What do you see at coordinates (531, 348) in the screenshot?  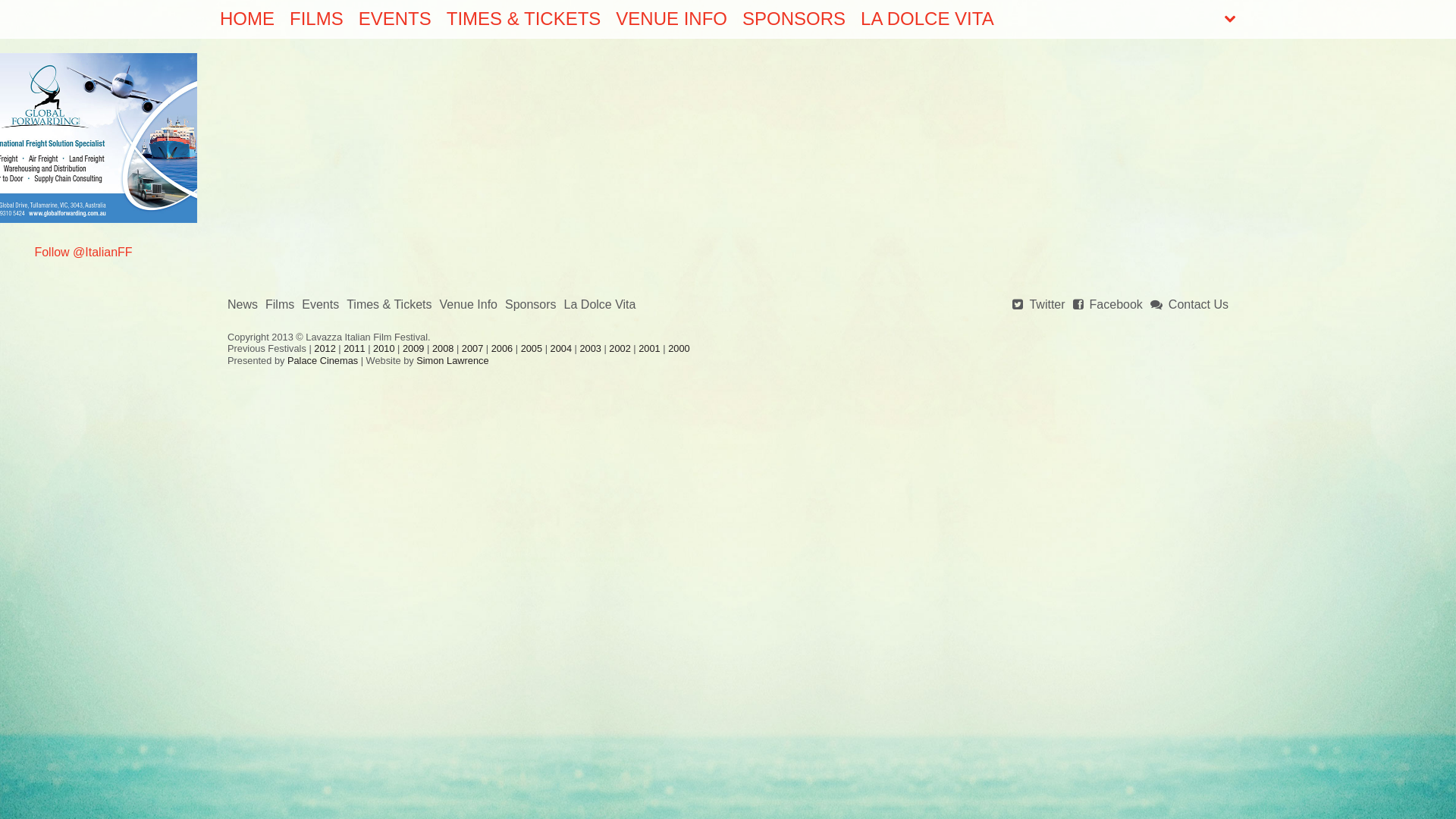 I see `'2005'` at bounding box center [531, 348].